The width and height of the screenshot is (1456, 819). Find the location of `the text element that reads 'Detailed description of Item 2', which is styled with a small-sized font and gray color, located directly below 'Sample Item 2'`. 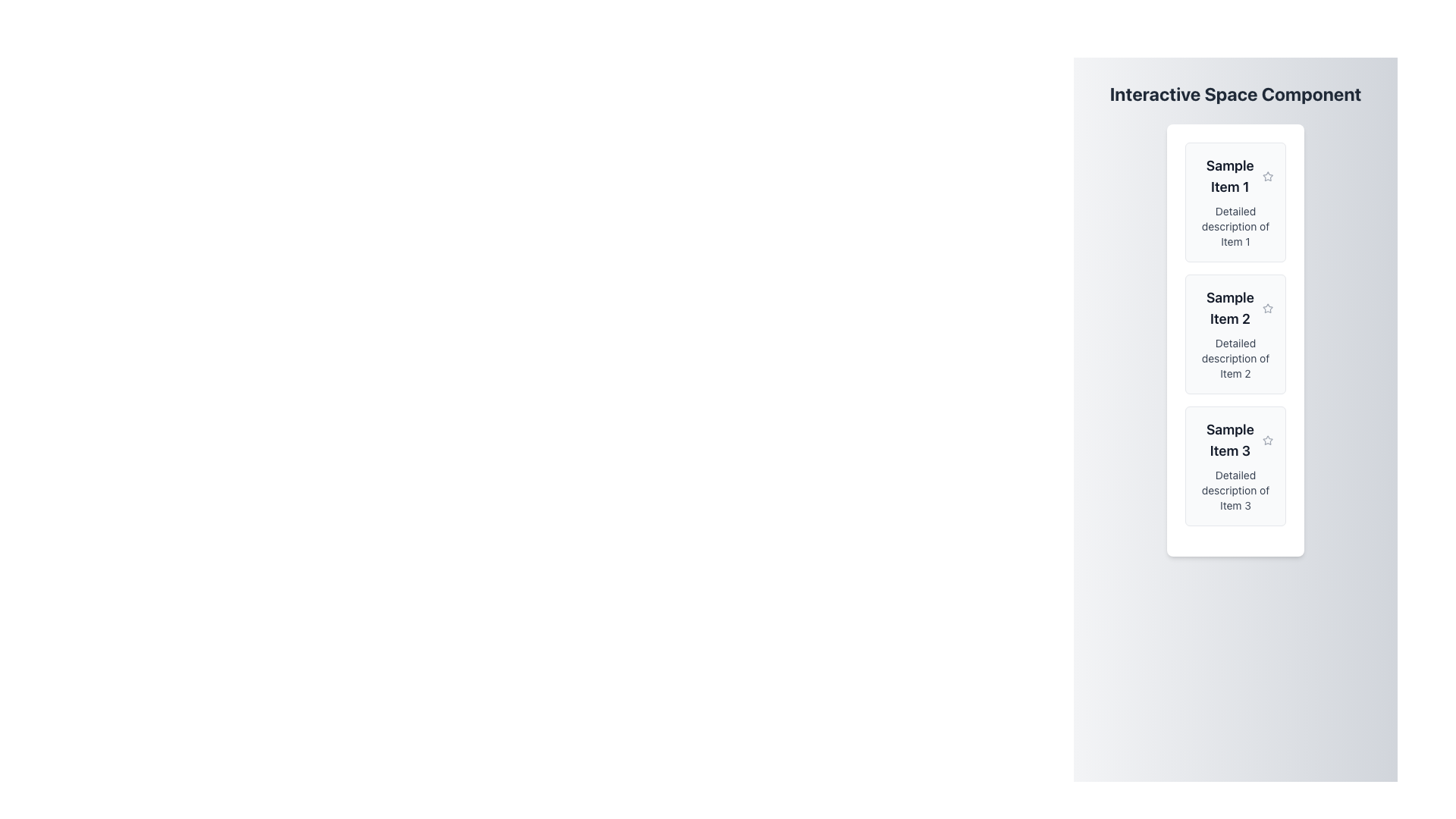

the text element that reads 'Detailed description of Item 2', which is styled with a small-sized font and gray color, located directly below 'Sample Item 2' is located at coordinates (1235, 359).